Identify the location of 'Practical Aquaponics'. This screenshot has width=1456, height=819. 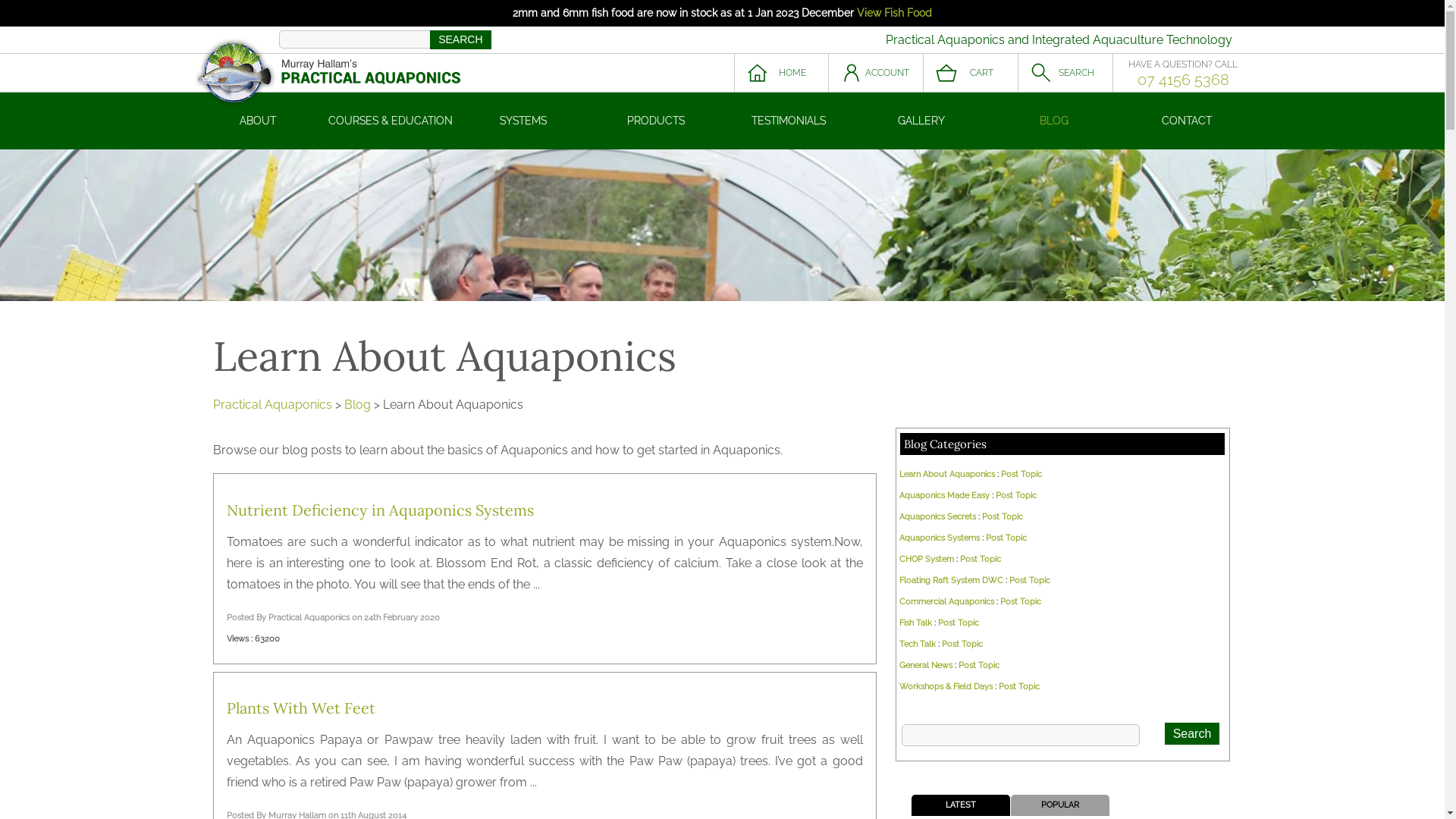
(271, 403).